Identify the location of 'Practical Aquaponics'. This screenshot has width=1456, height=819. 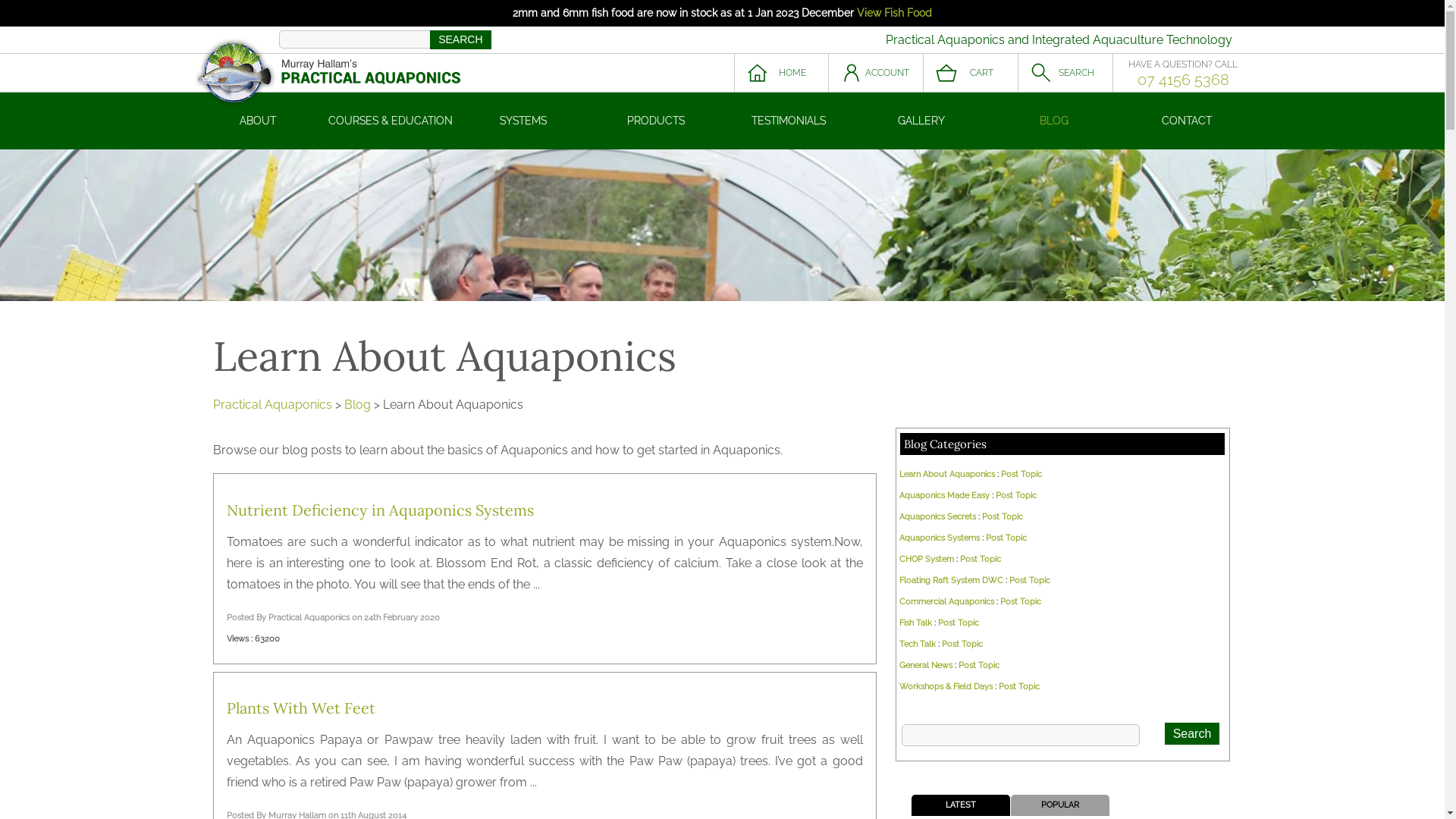
(271, 403).